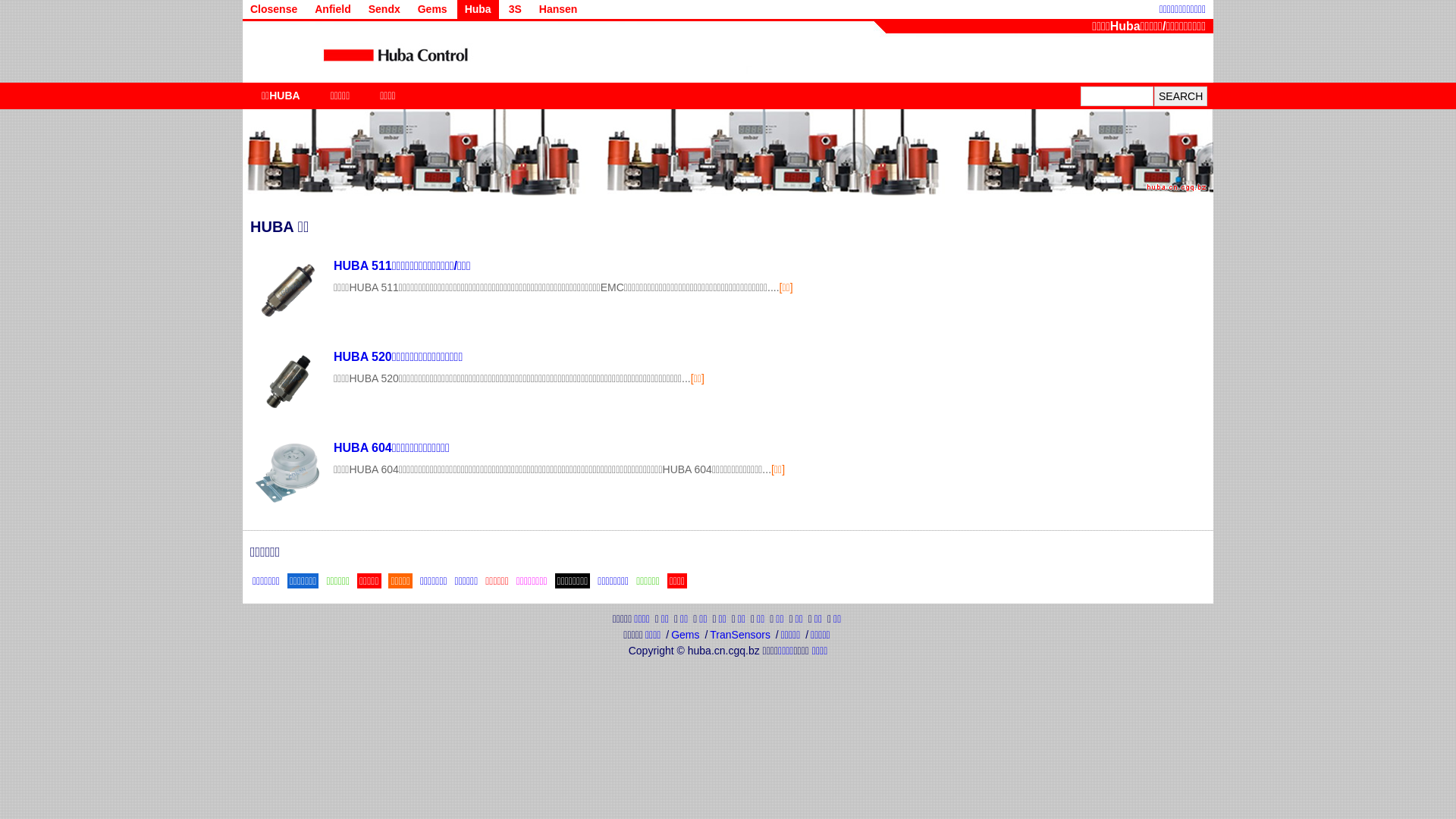 The width and height of the screenshot is (1456, 819). I want to click on 'Anfield', so click(331, 9).